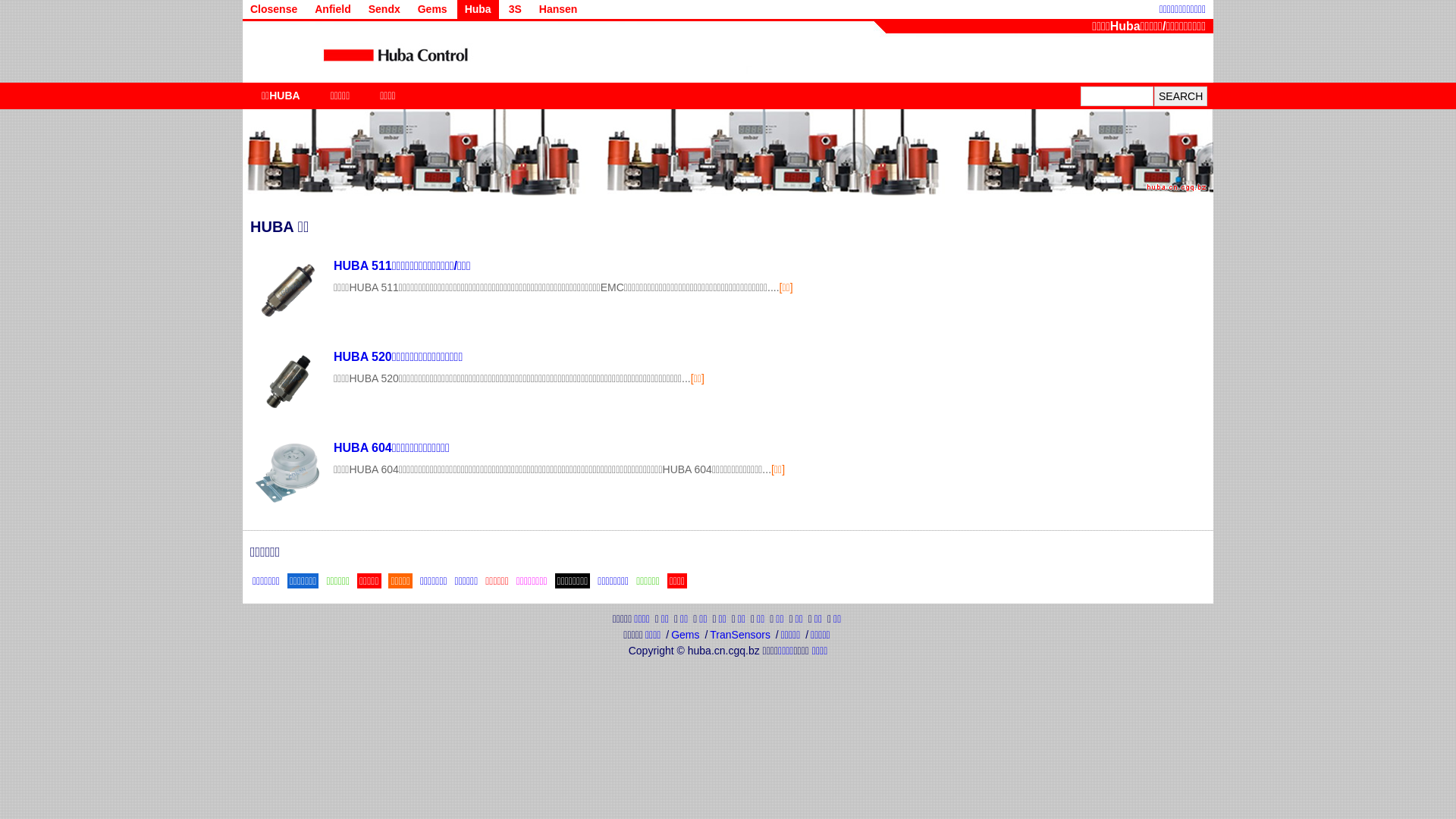 The width and height of the screenshot is (1456, 819). I want to click on 'Anfield', so click(331, 9).